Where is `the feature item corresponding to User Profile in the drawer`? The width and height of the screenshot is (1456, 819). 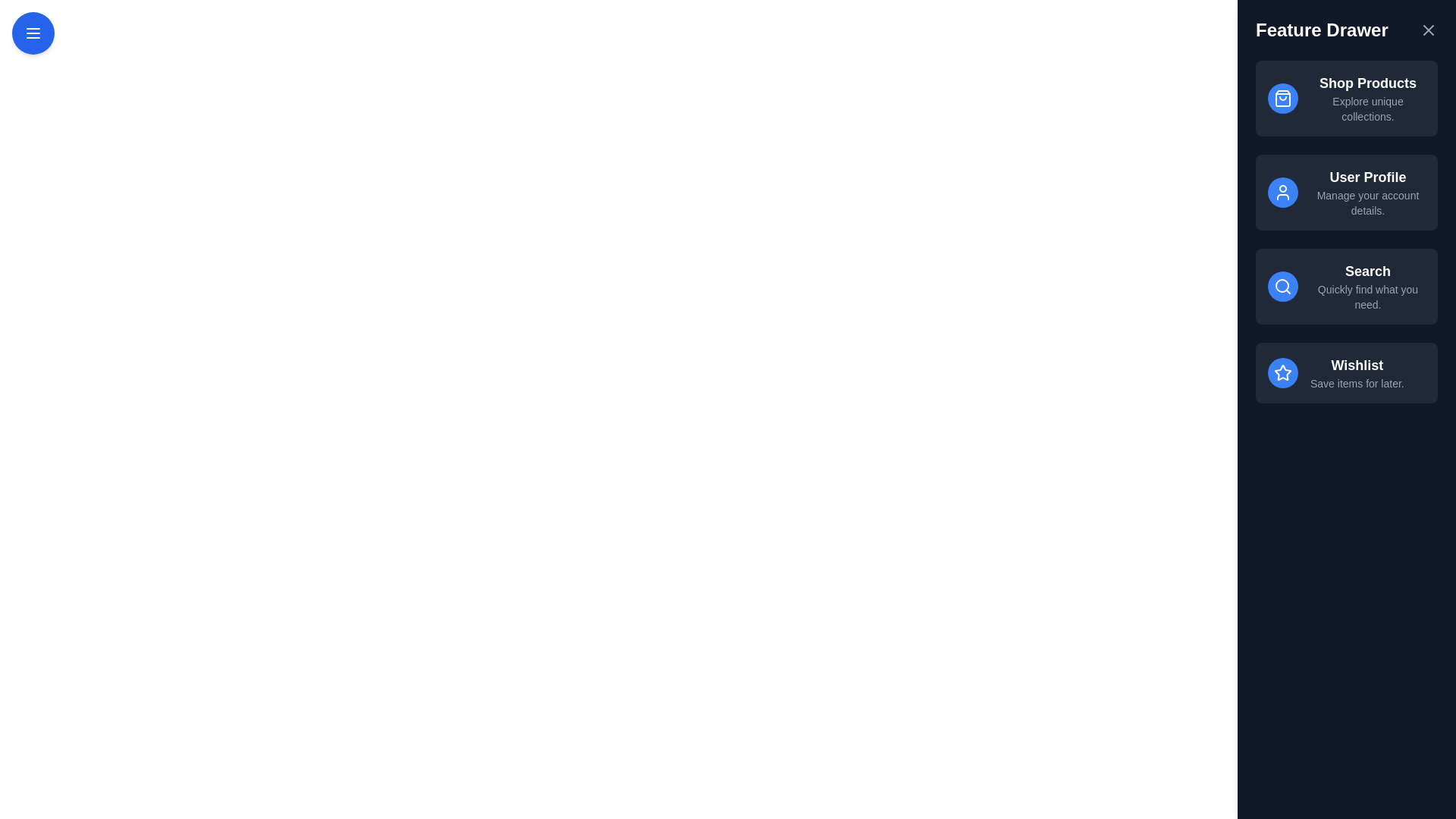
the feature item corresponding to User Profile in the drawer is located at coordinates (1347, 192).